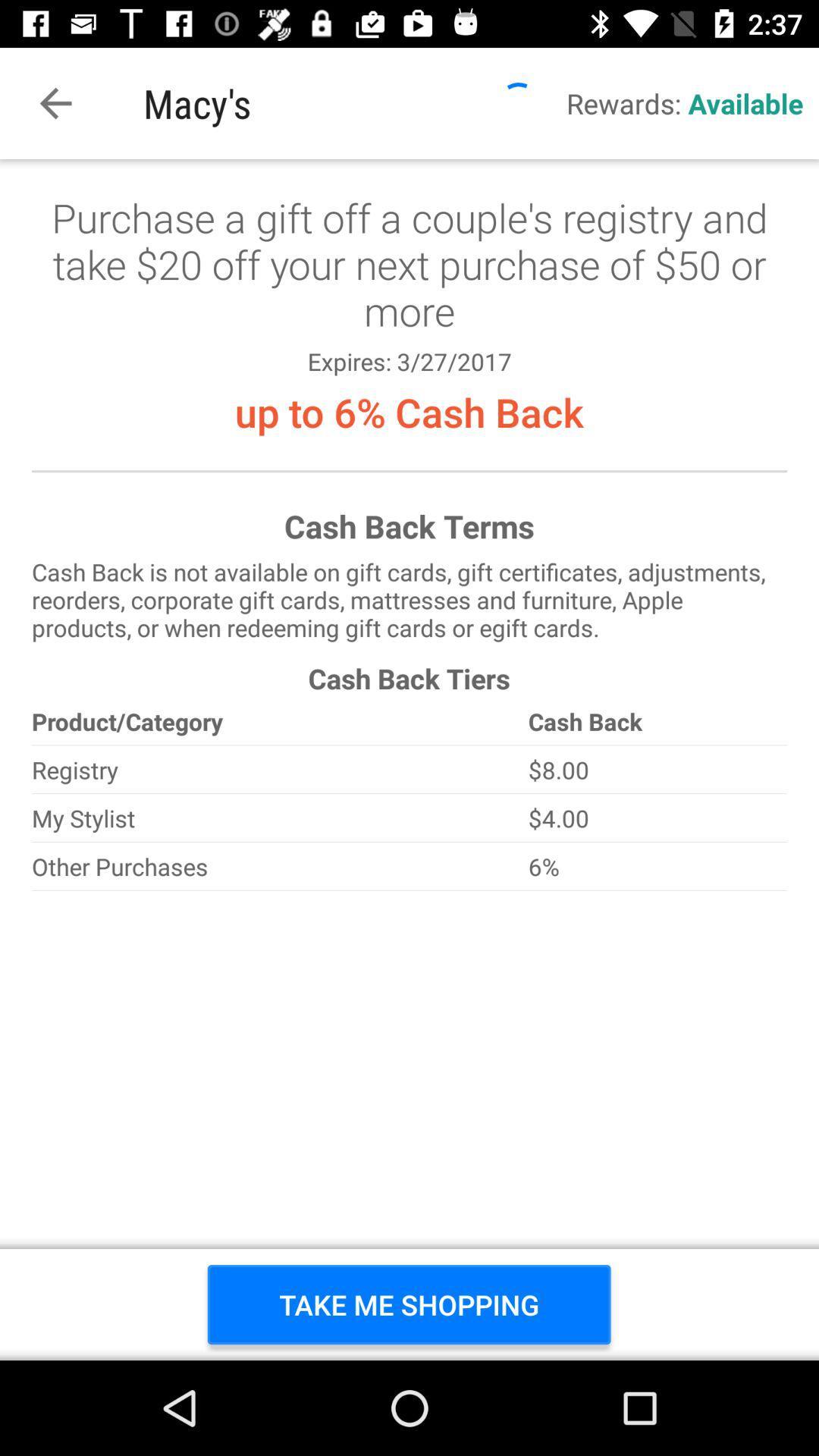  What do you see at coordinates (55, 102) in the screenshot?
I see `item to the left of macy's item` at bounding box center [55, 102].